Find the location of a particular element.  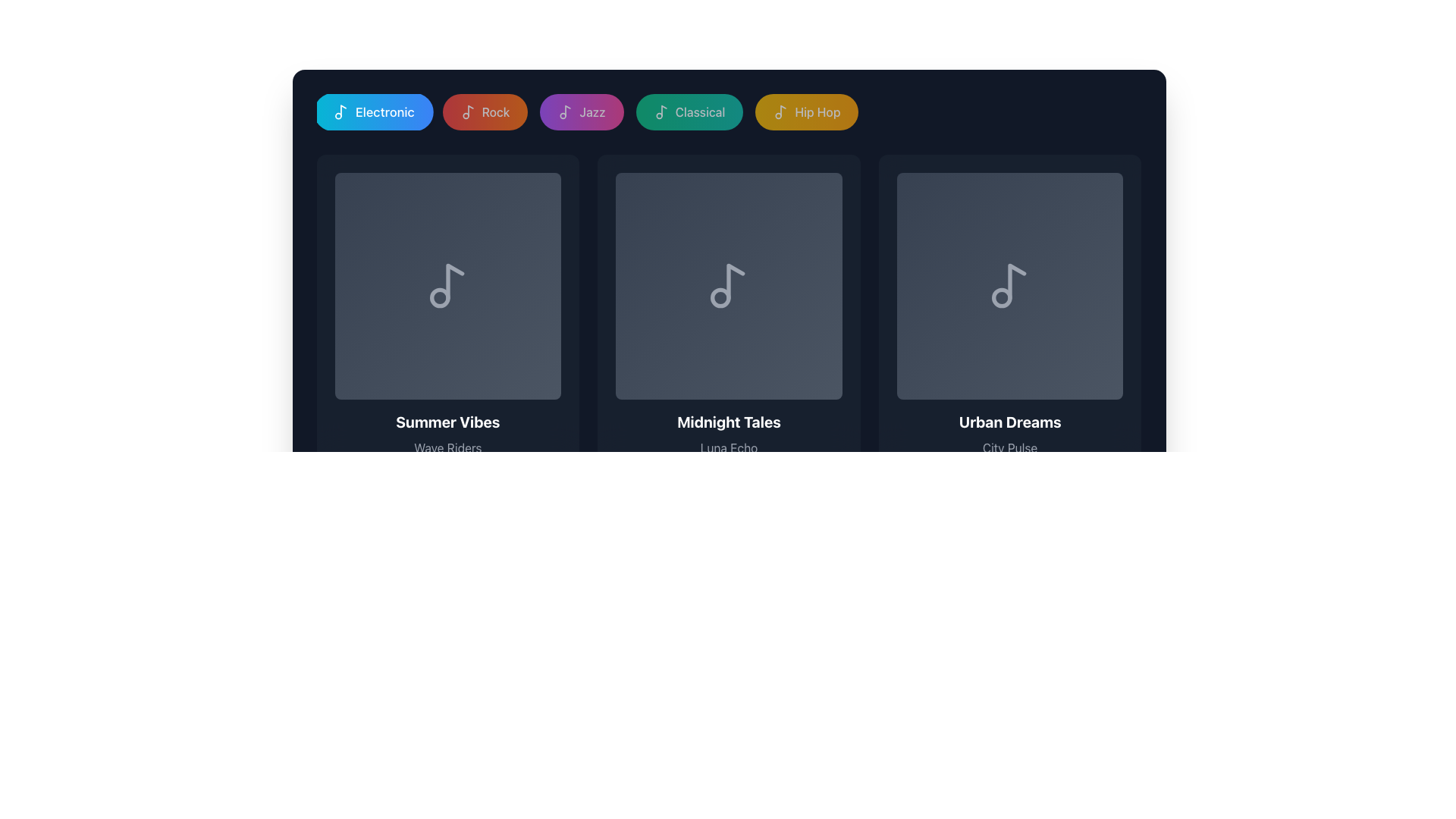

the musical note icon with a light gray outline located centrally within the leftmost card is located at coordinates (447, 286).